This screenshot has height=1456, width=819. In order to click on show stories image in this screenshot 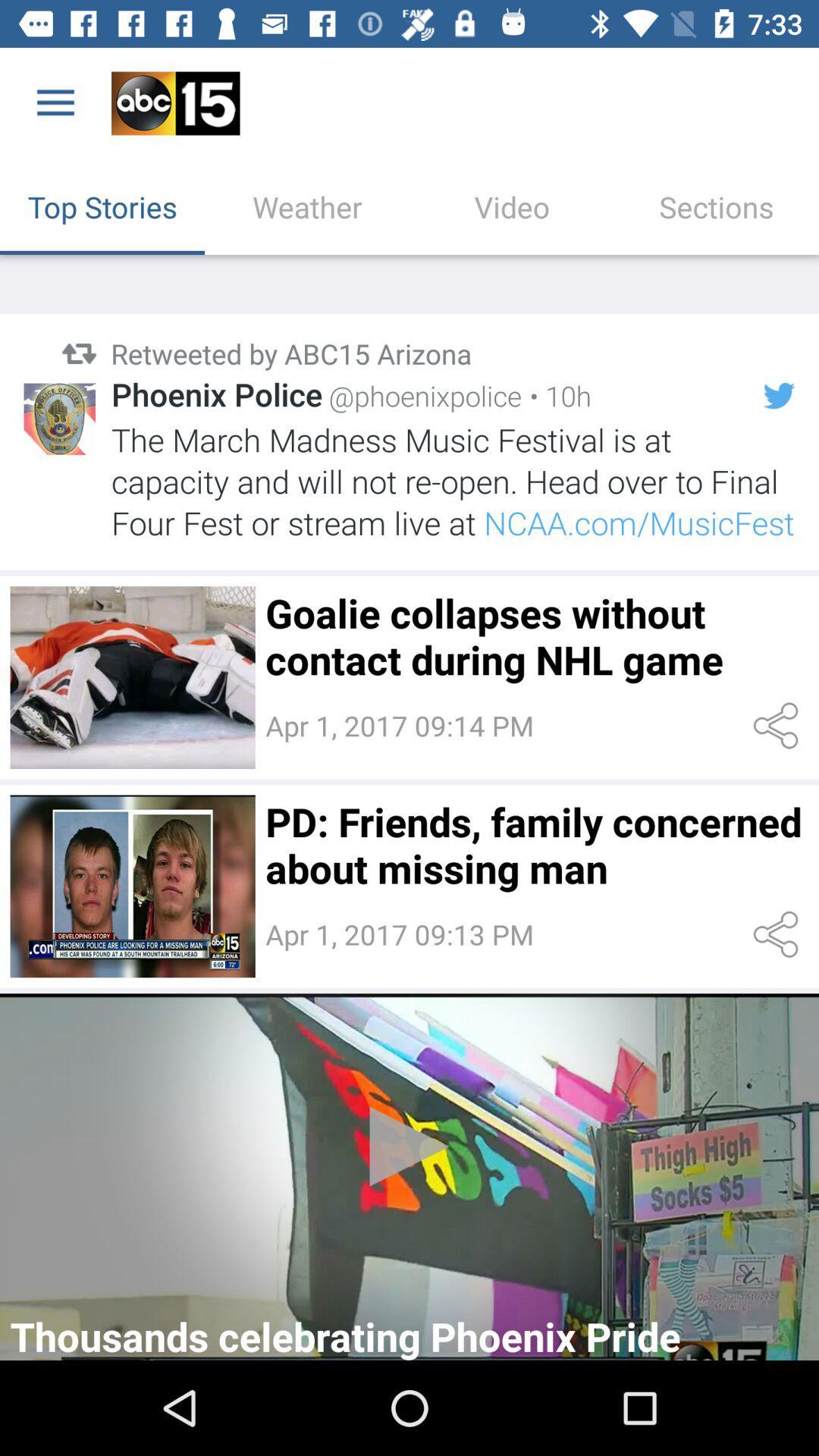, I will do `click(132, 676)`.